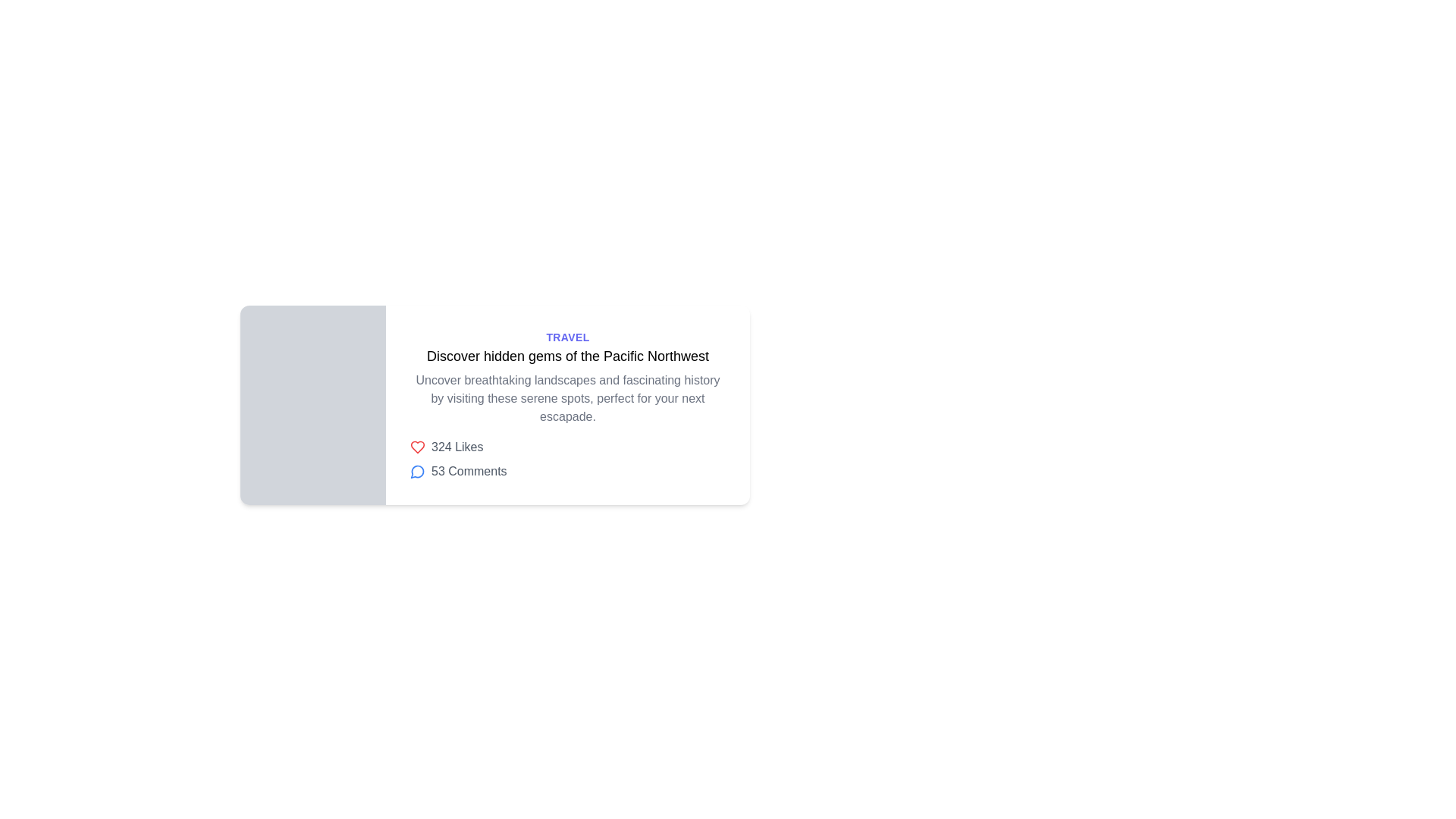 Image resolution: width=1456 pixels, height=819 pixels. What do you see at coordinates (468, 470) in the screenshot?
I see `the text label indicating the number of comments, which is situated to the right of the speech bubble icon displaying '53 Comments'` at bounding box center [468, 470].